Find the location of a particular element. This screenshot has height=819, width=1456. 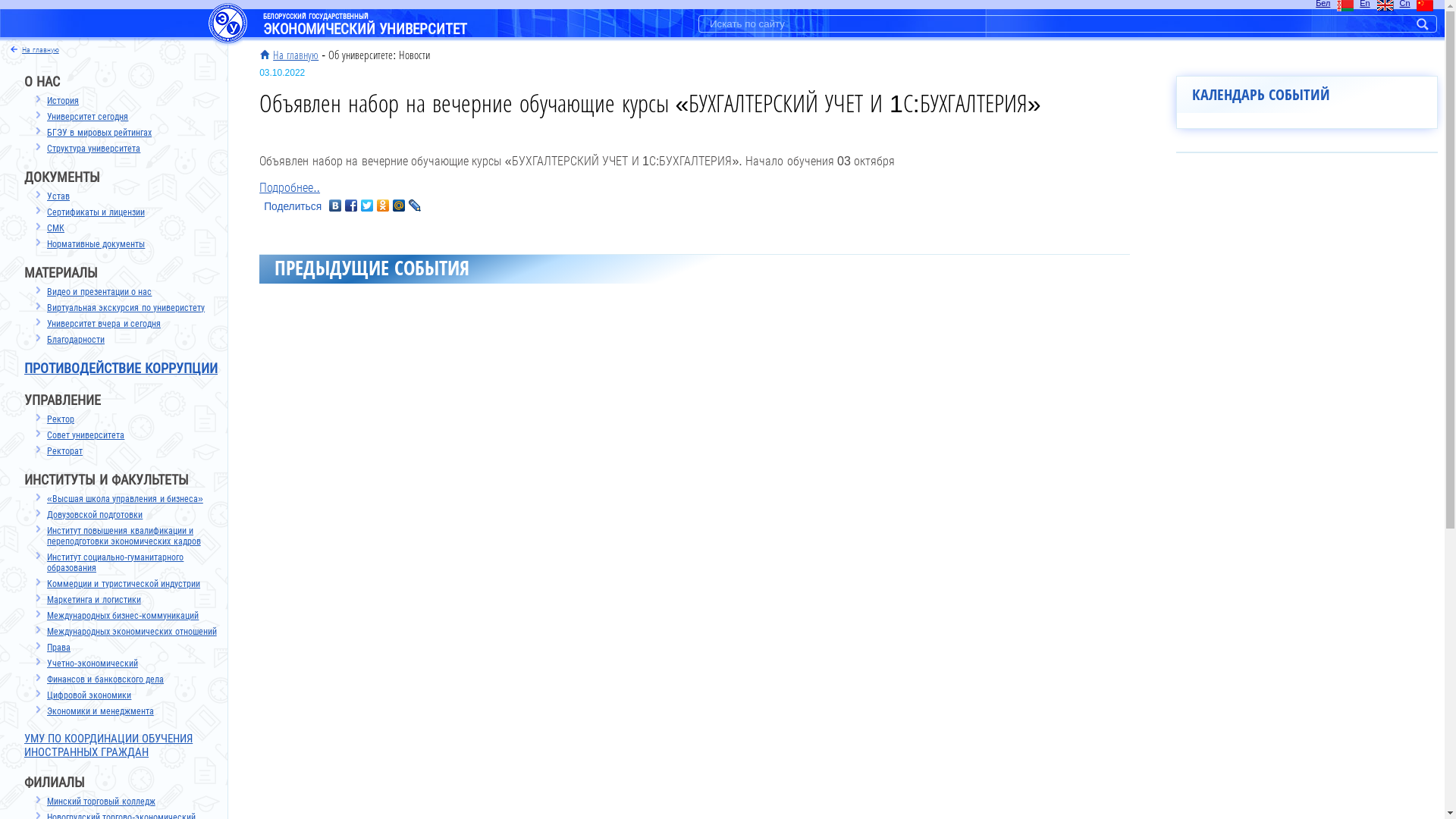

'Facebook' is located at coordinates (350, 205).